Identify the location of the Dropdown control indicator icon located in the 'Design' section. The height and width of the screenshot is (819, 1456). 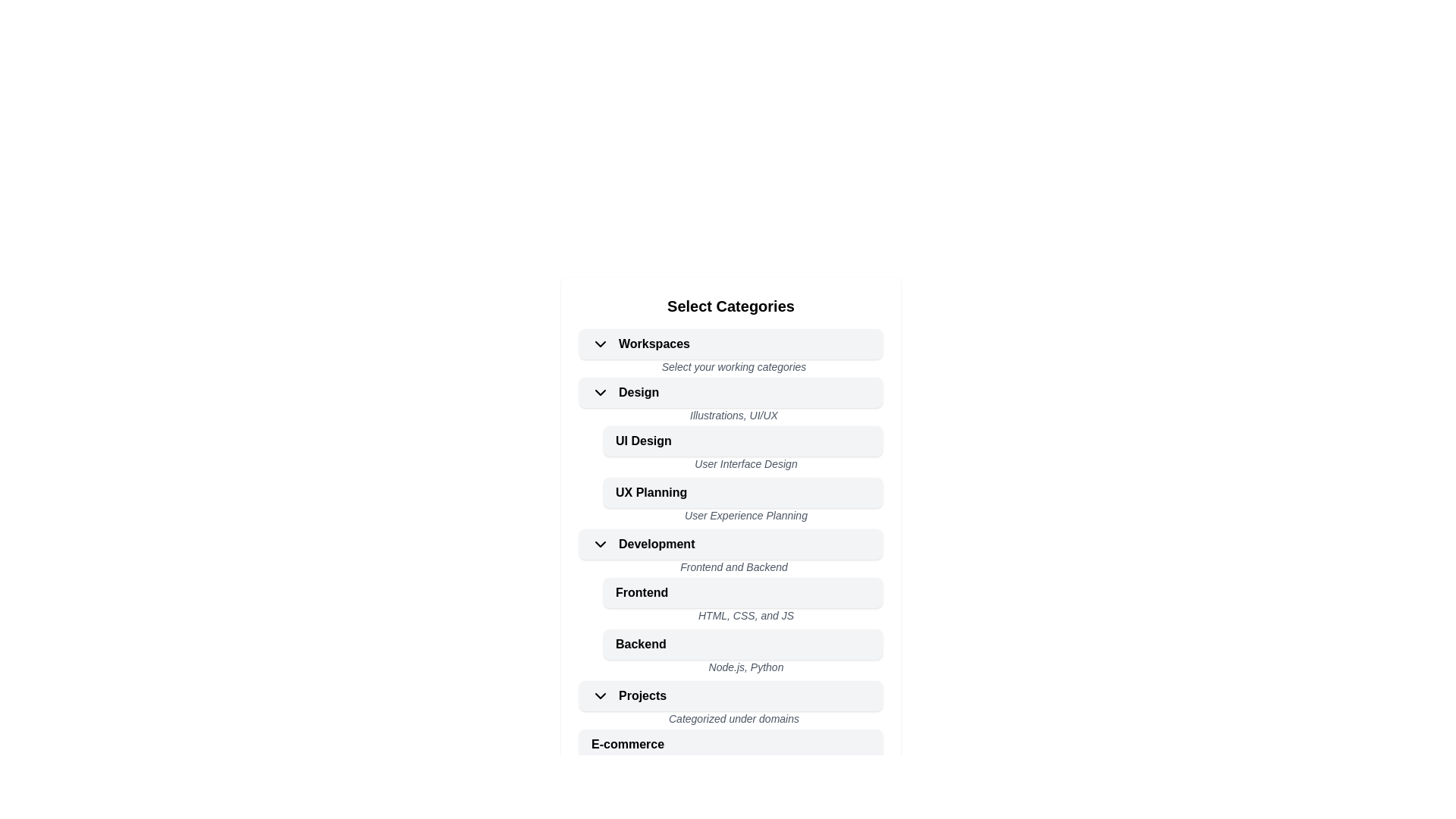
(600, 391).